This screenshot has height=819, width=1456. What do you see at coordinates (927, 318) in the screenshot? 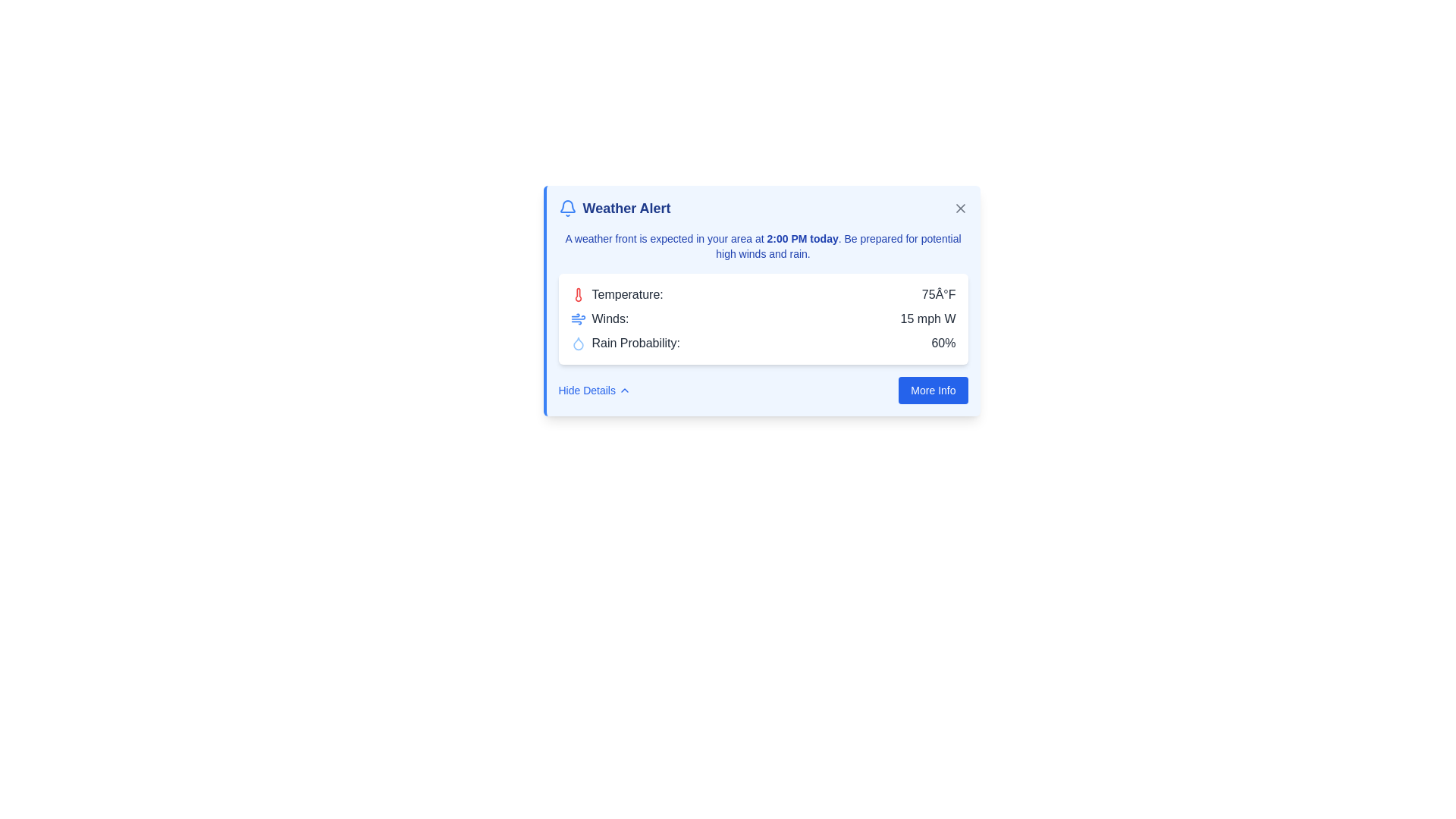
I see `the wind speed and direction text label located in the bottom-right section of the weather alert card, which displays information about wind conditions` at bounding box center [927, 318].